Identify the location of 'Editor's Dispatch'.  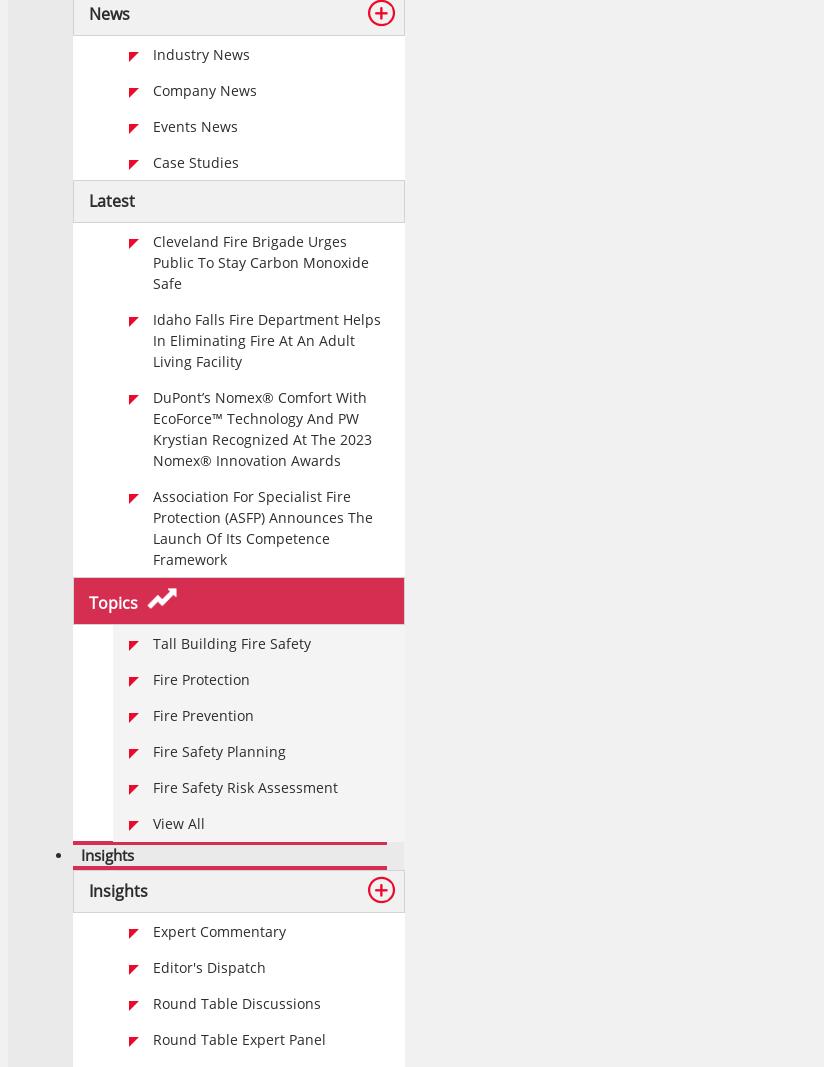
(208, 967).